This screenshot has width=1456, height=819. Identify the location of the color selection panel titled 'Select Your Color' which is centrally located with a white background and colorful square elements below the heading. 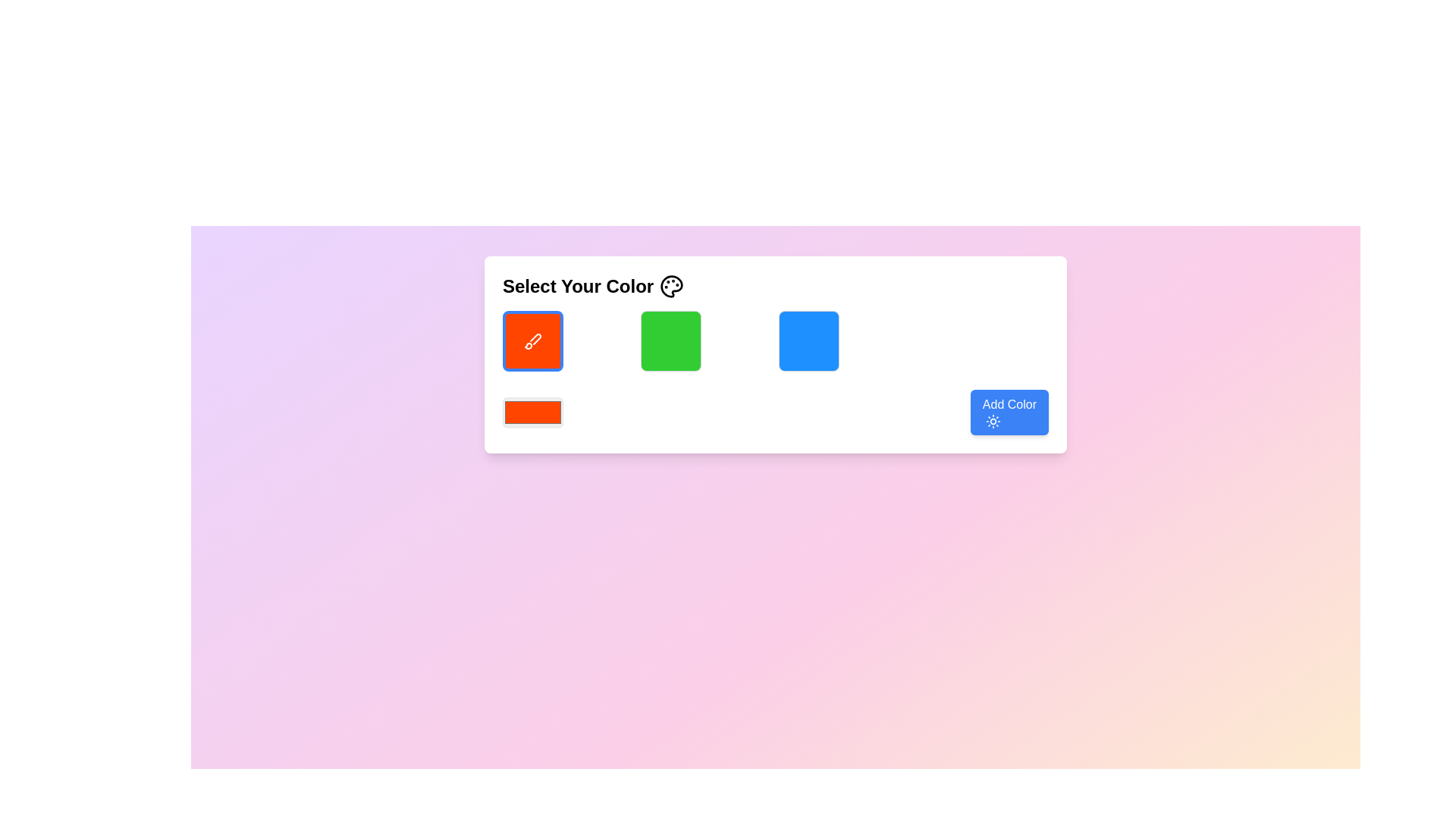
(775, 354).